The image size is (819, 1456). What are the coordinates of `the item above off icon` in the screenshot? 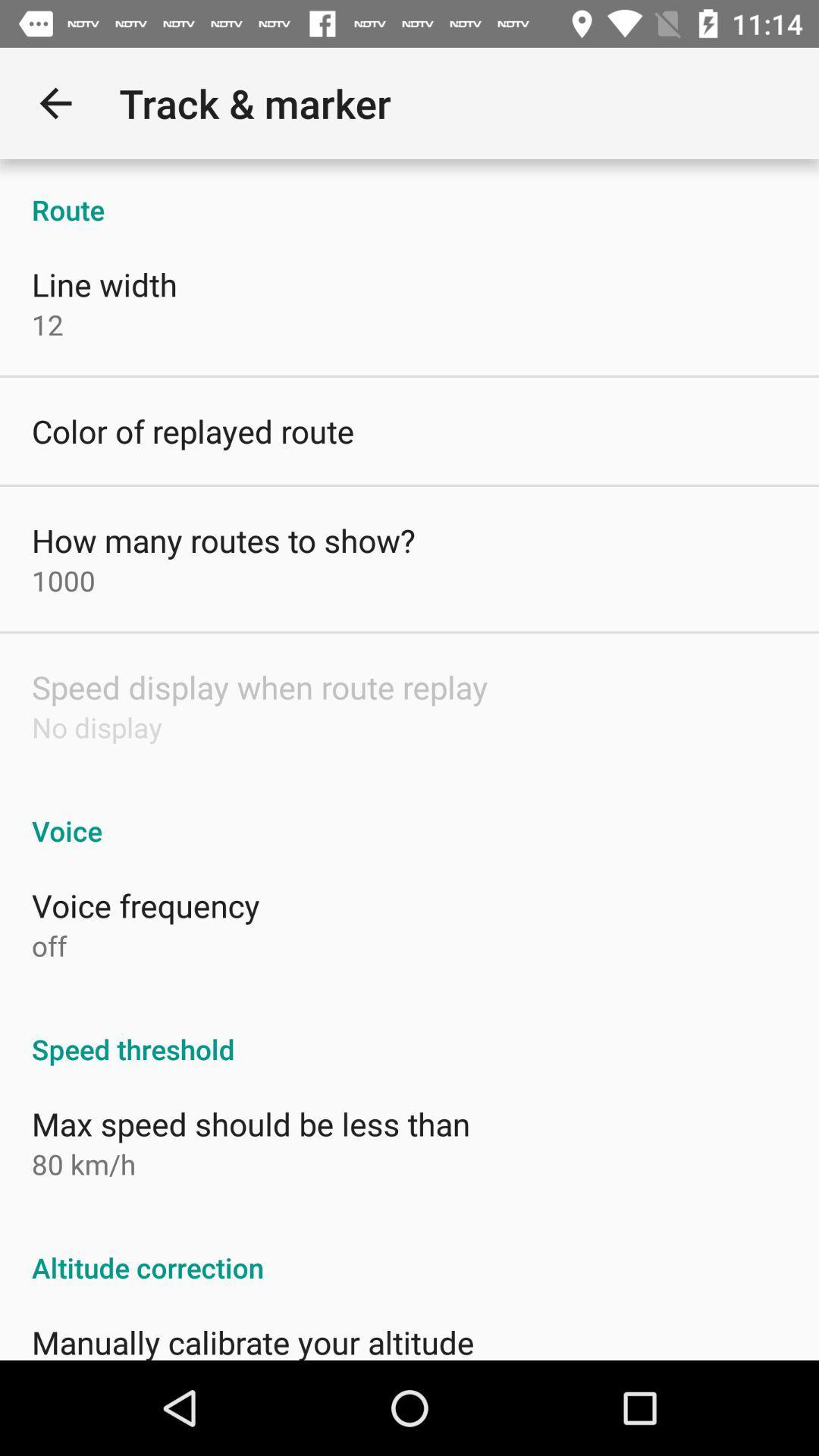 It's located at (146, 905).